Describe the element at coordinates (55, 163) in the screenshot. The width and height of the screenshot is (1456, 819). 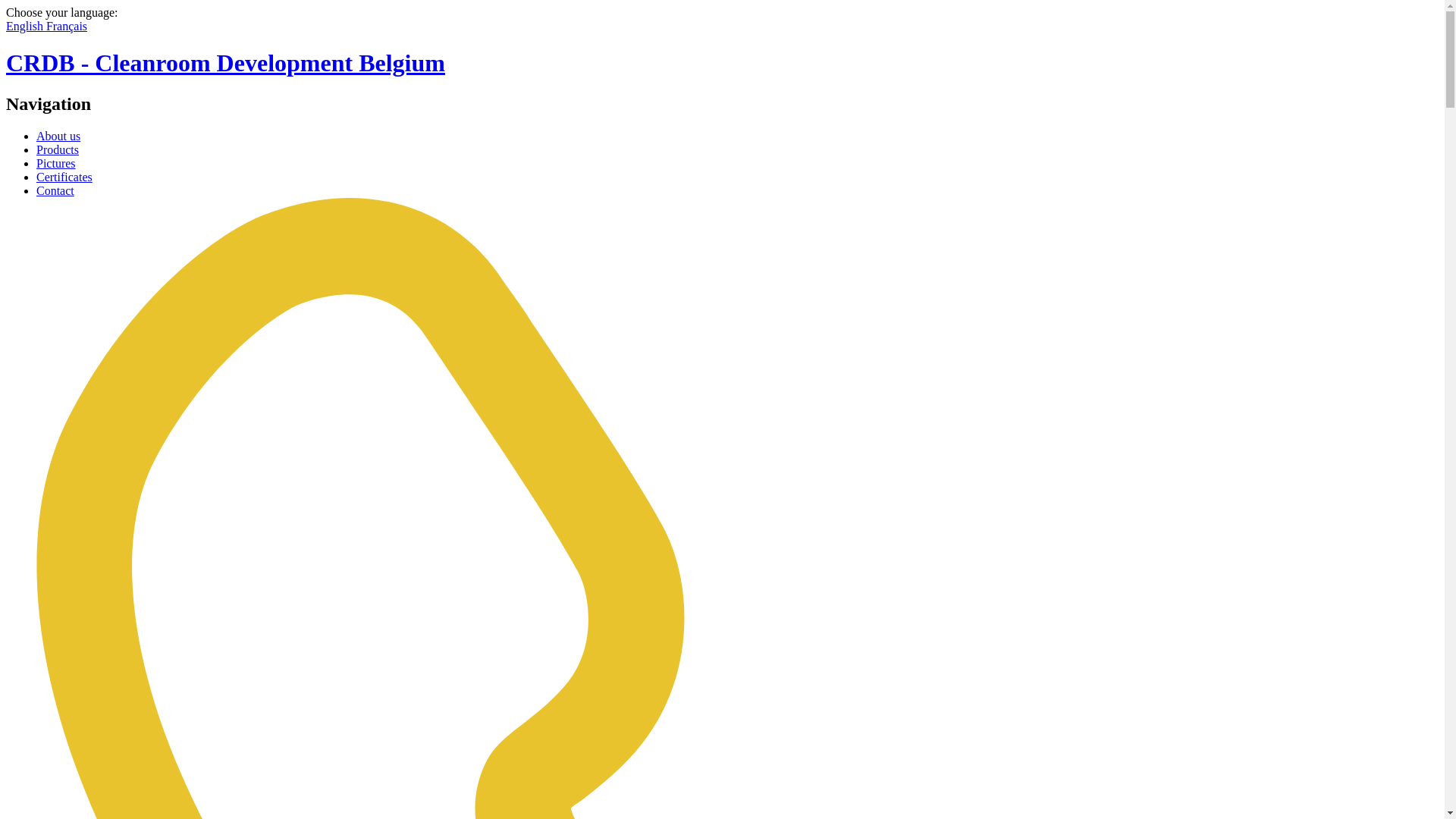
I see `'Pictures'` at that location.